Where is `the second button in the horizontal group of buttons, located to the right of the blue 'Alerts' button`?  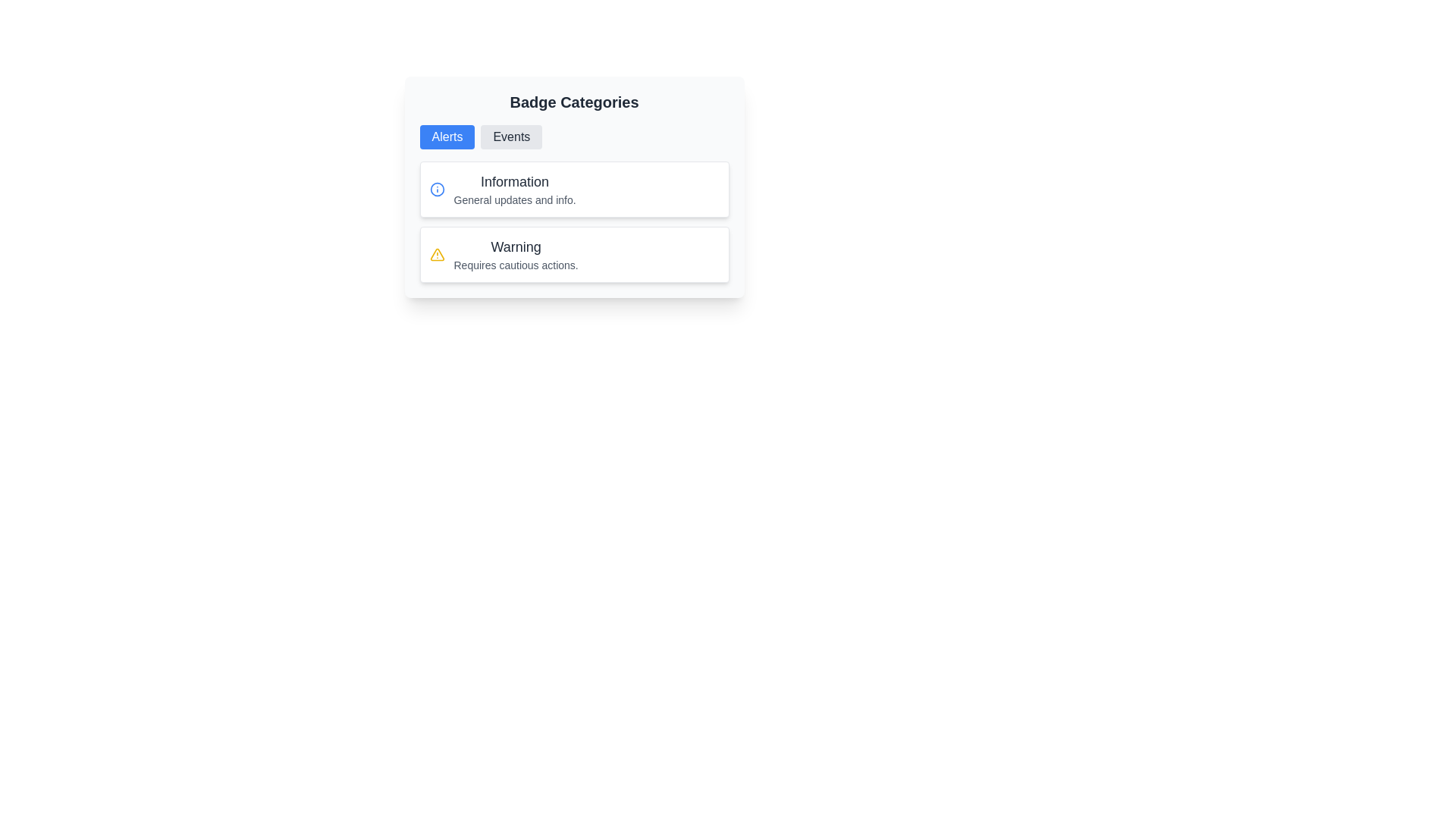
the second button in the horizontal group of buttons, located to the right of the blue 'Alerts' button is located at coordinates (511, 137).